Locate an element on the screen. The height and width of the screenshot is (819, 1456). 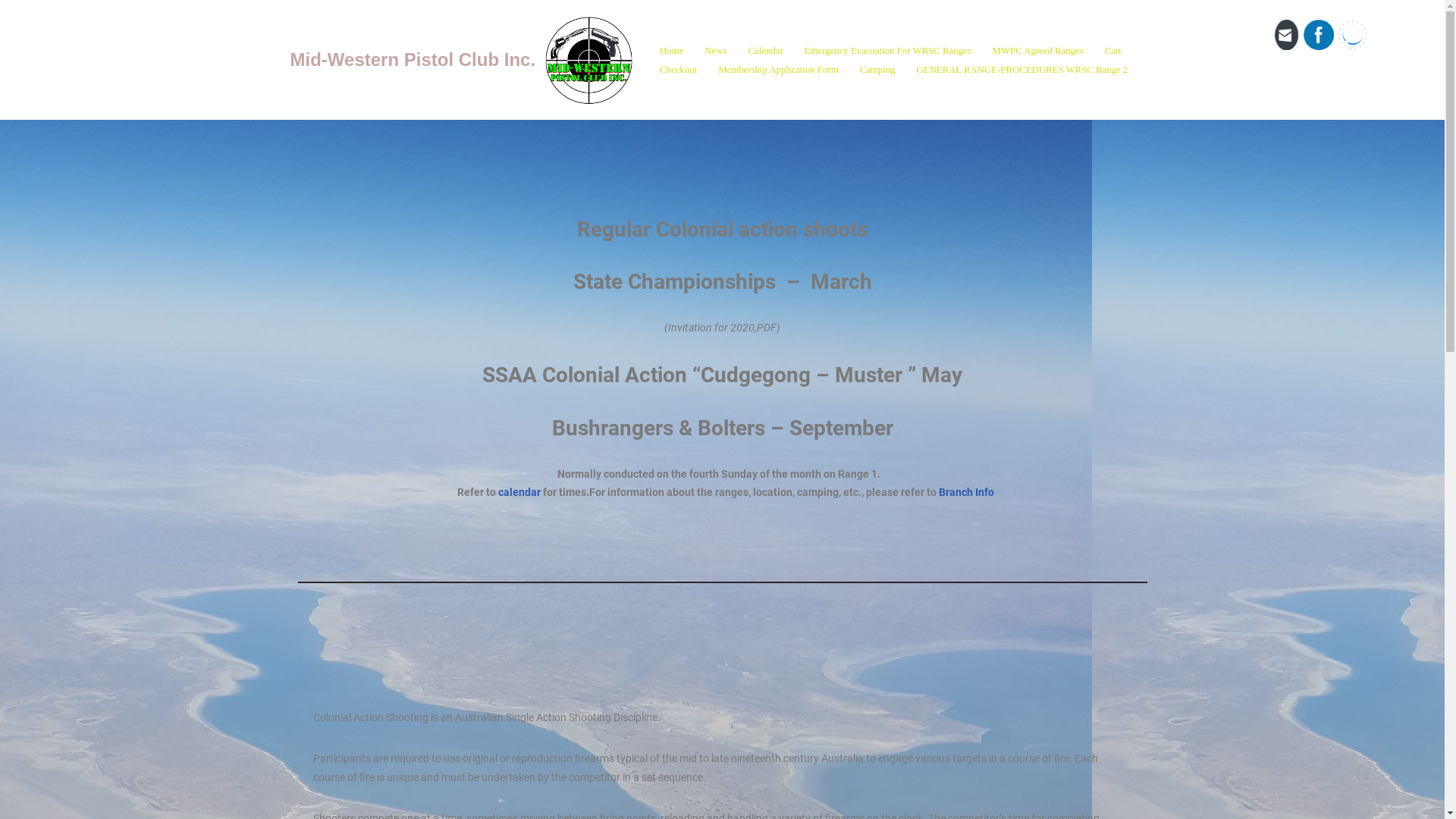
'GENERAL RANGE-PROCEDURES WRSC Range 2' is located at coordinates (1022, 69).